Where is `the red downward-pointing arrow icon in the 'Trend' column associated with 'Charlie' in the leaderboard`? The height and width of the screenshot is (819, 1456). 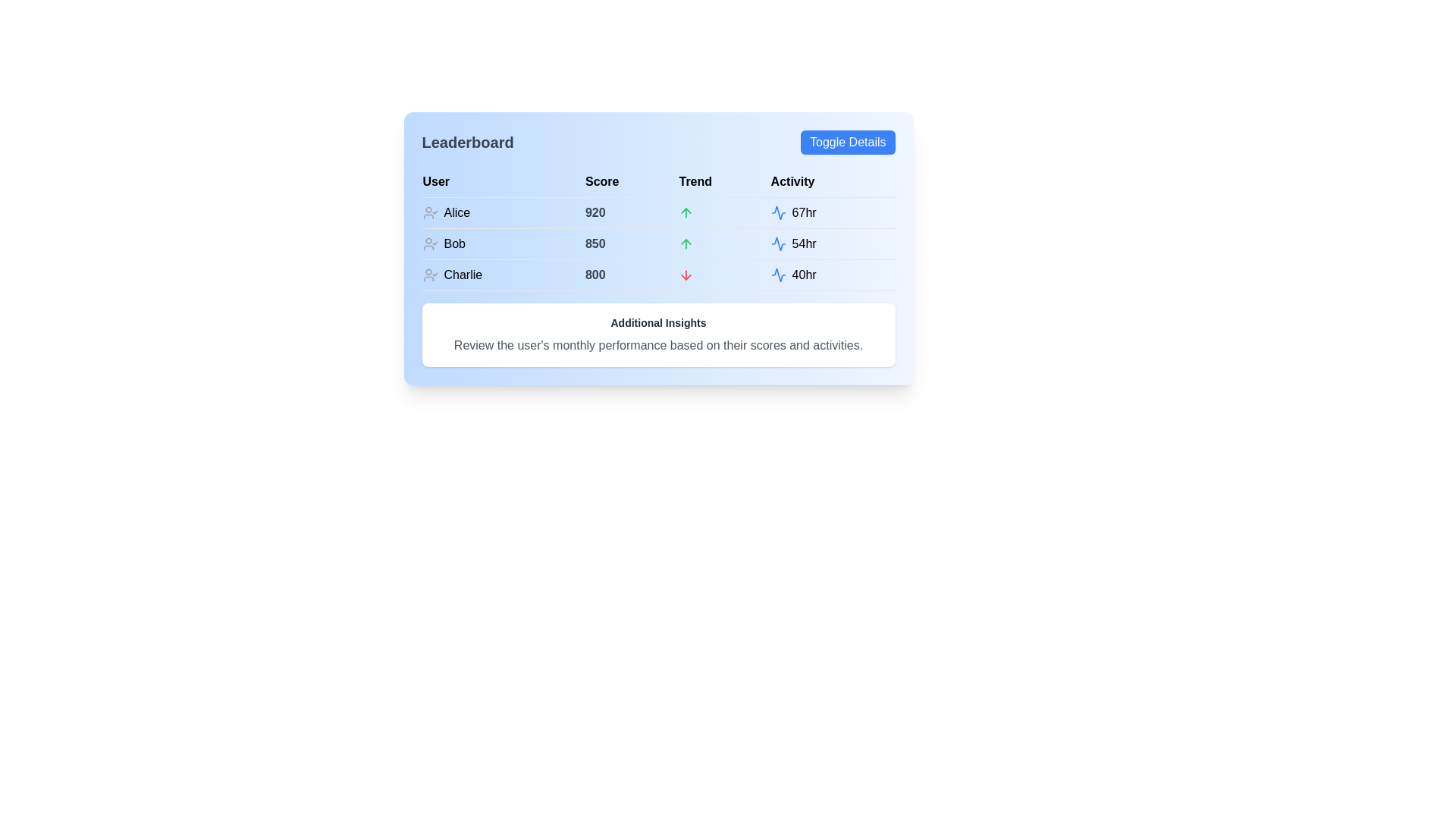
the red downward-pointing arrow icon in the 'Trend' column associated with 'Charlie' in the leaderboard is located at coordinates (686, 275).